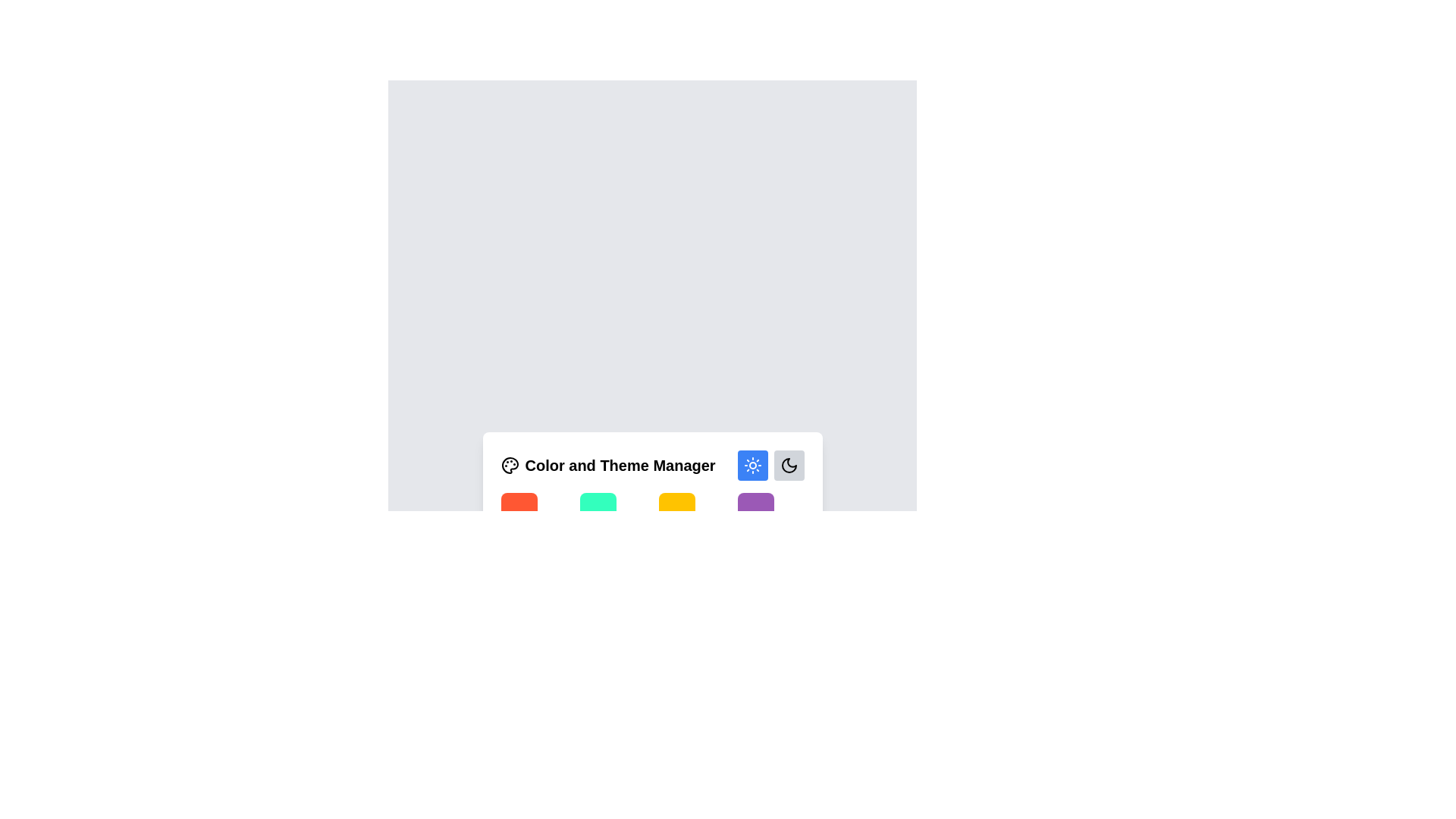 The image size is (1456, 819). I want to click on the vibrant light green Color block, which is the second item in a grid layout of four colorful squares, located near the center at the bottom of the interface, so click(597, 511).